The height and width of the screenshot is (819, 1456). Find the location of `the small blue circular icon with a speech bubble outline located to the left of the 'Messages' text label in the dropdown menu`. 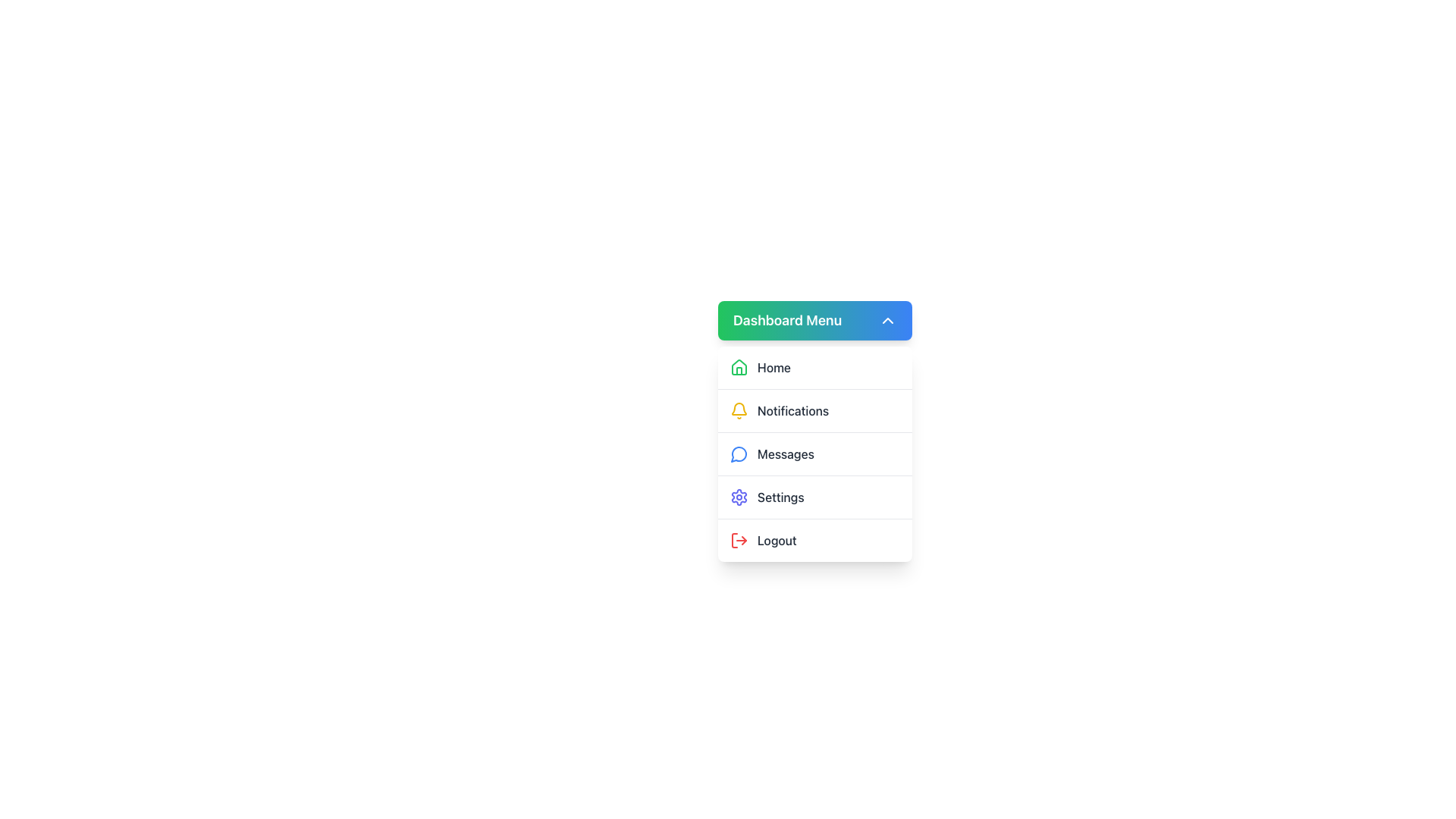

the small blue circular icon with a speech bubble outline located to the left of the 'Messages' text label in the dropdown menu is located at coordinates (739, 453).